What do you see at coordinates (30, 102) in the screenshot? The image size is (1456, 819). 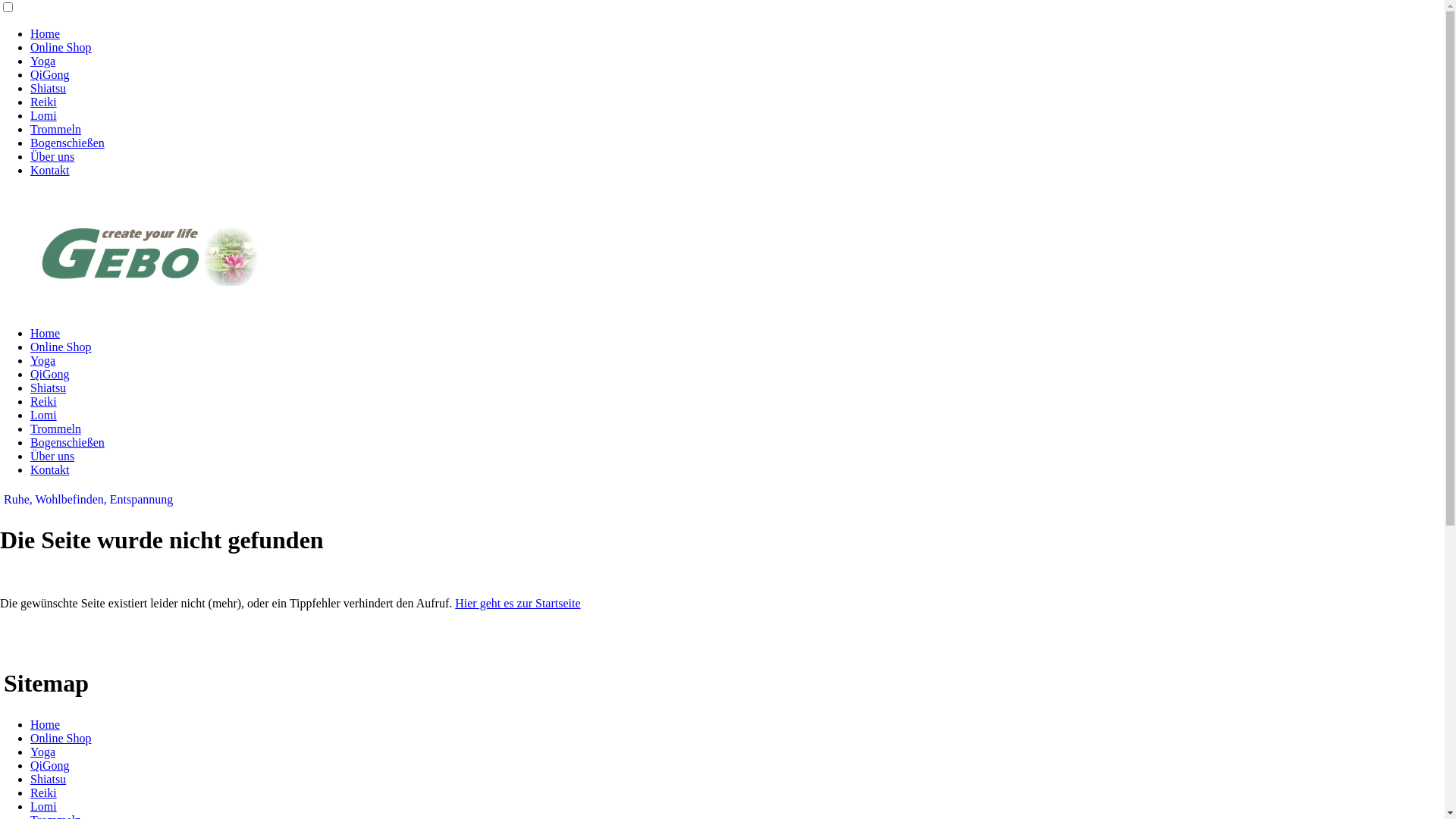 I see `'Reiki'` at bounding box center [30, 102].